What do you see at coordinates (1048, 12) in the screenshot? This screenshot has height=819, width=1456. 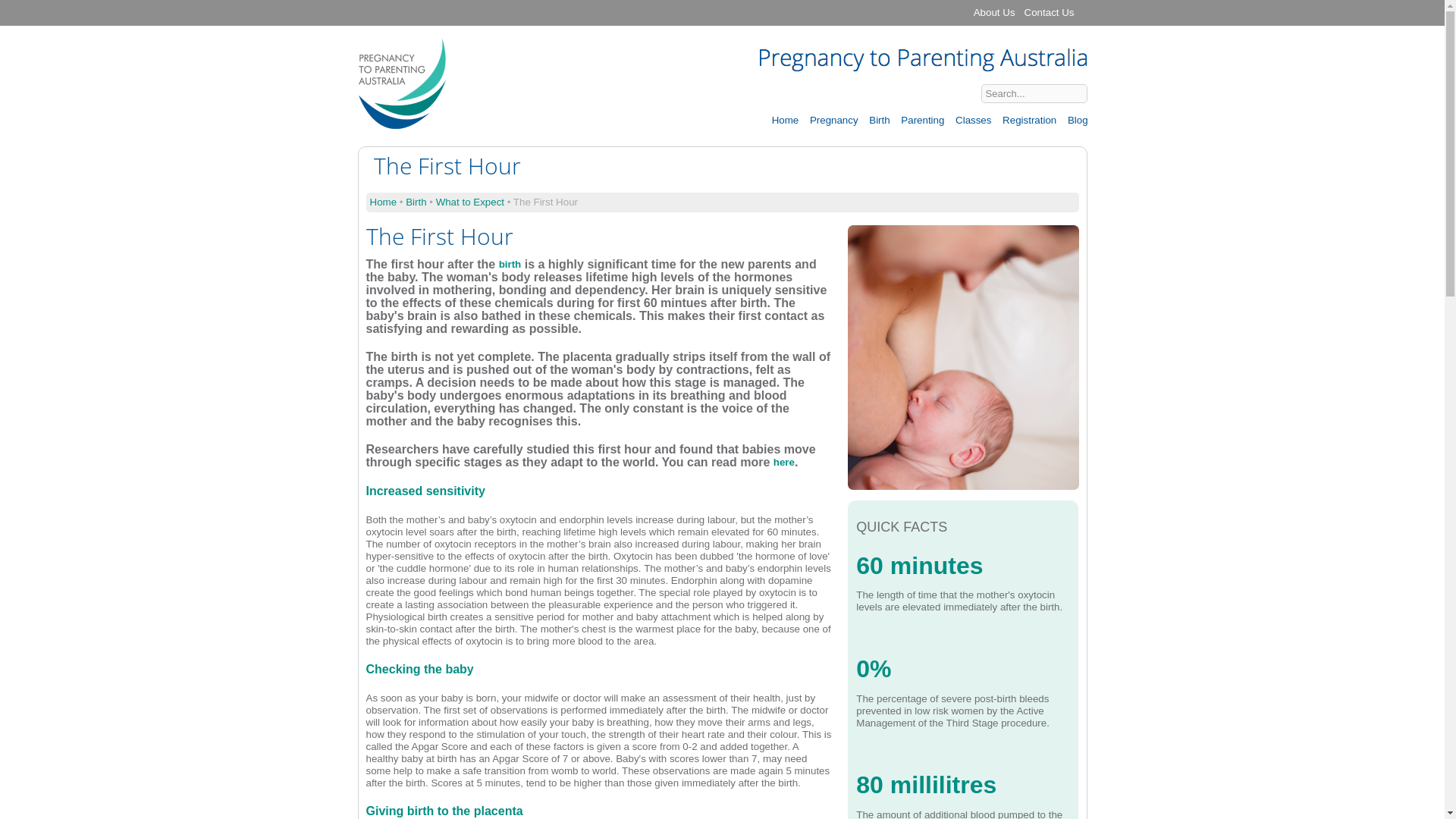 I see `'Contact Us'` at bounding box center [1048, 12].